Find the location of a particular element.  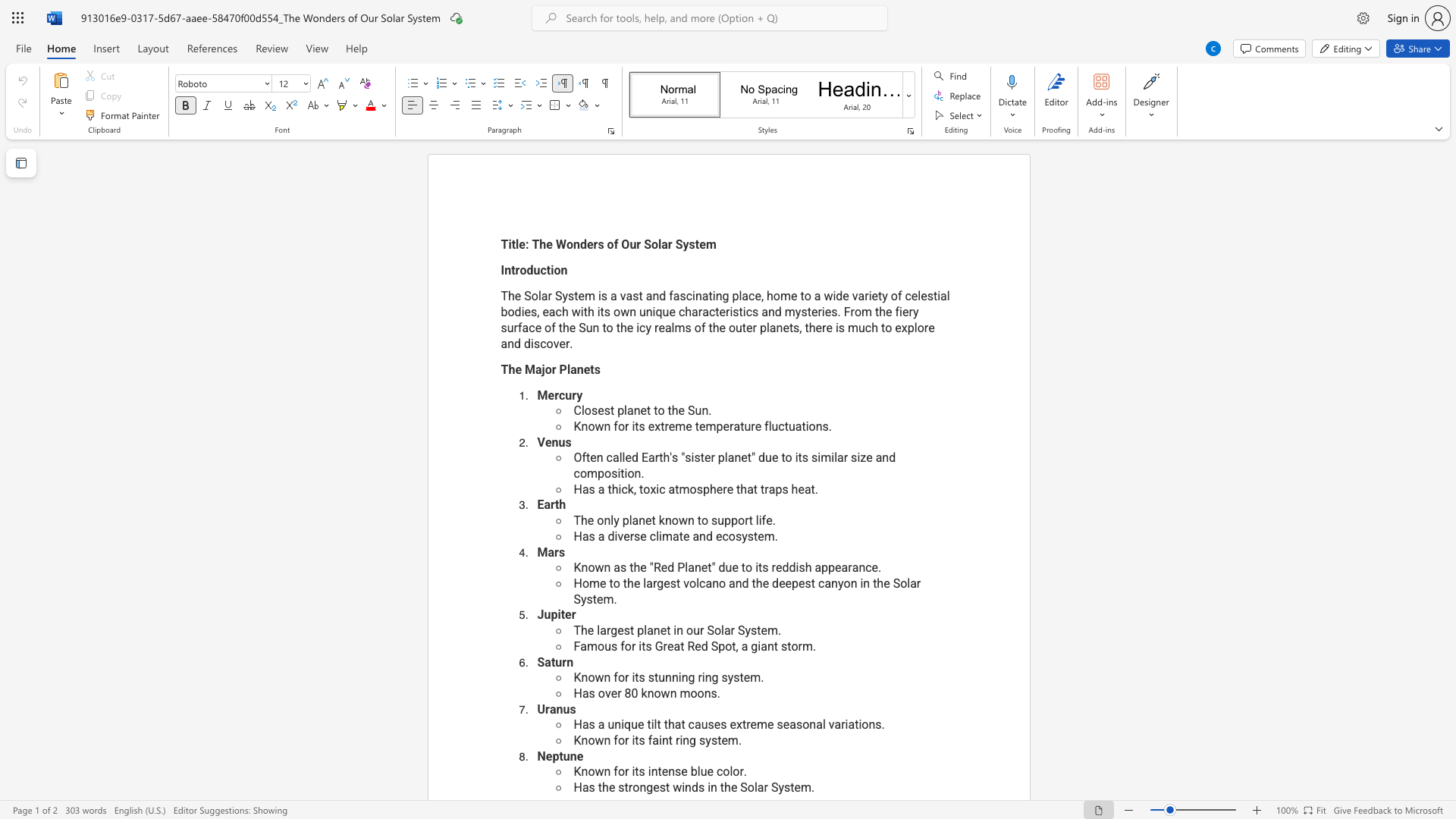

the subset text "Know" within the text "Known for its intense blue color." is located at coordinates (573, 771).